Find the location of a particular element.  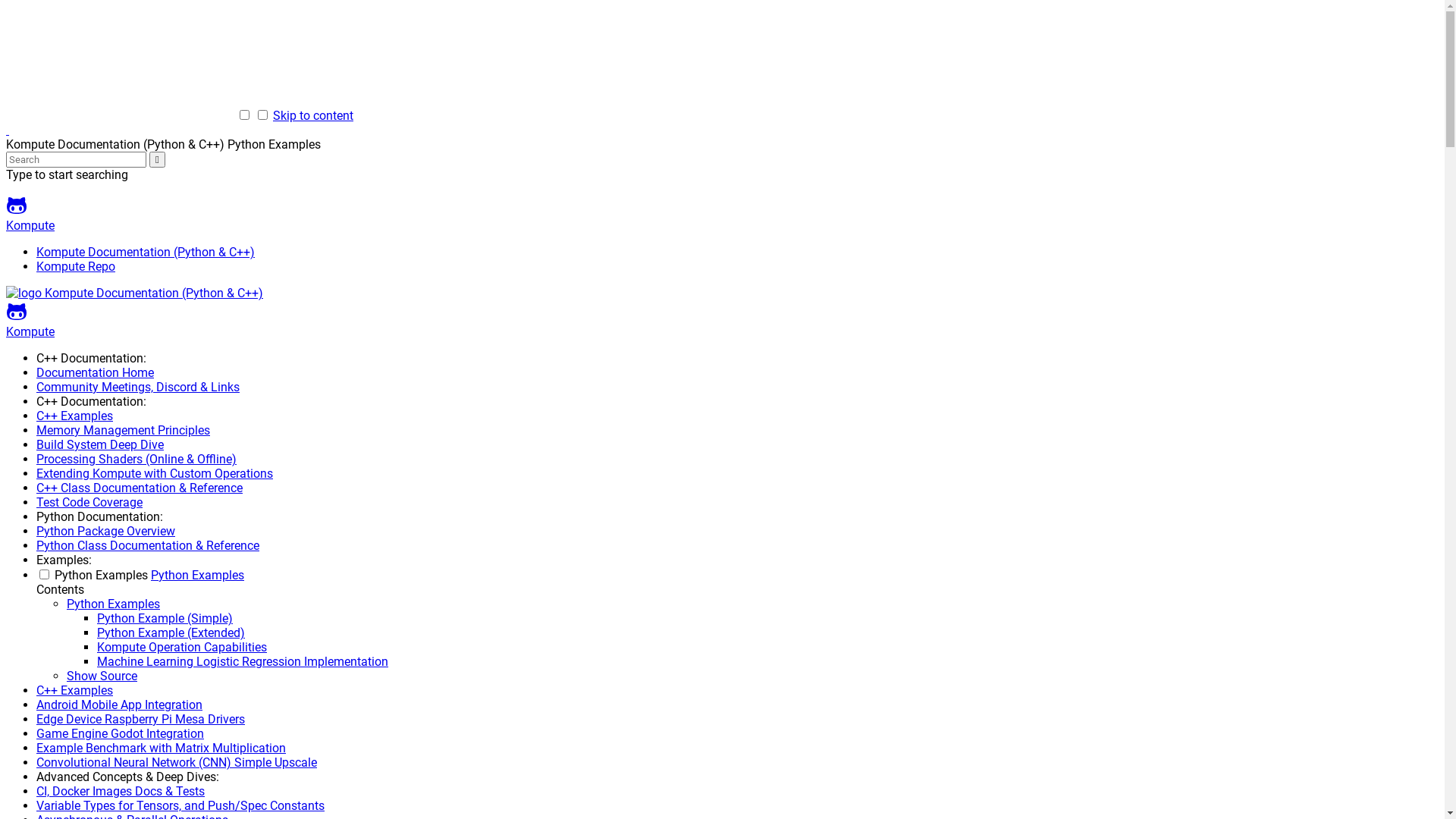

'Python Examples' is located at coordinates (65, 603).